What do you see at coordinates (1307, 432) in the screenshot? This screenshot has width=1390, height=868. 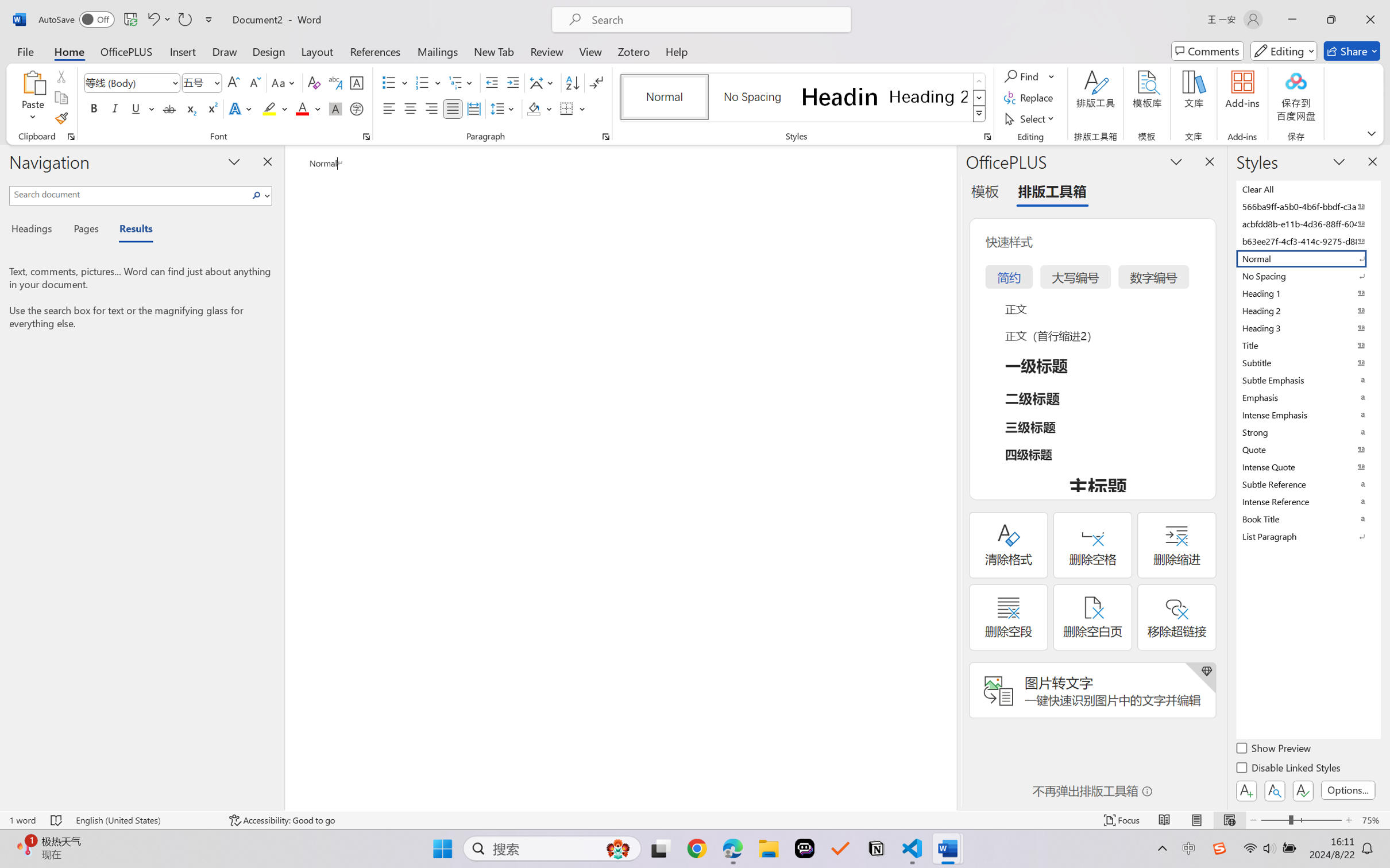 I see `'Strong'` at bounding box center [1307, 432].